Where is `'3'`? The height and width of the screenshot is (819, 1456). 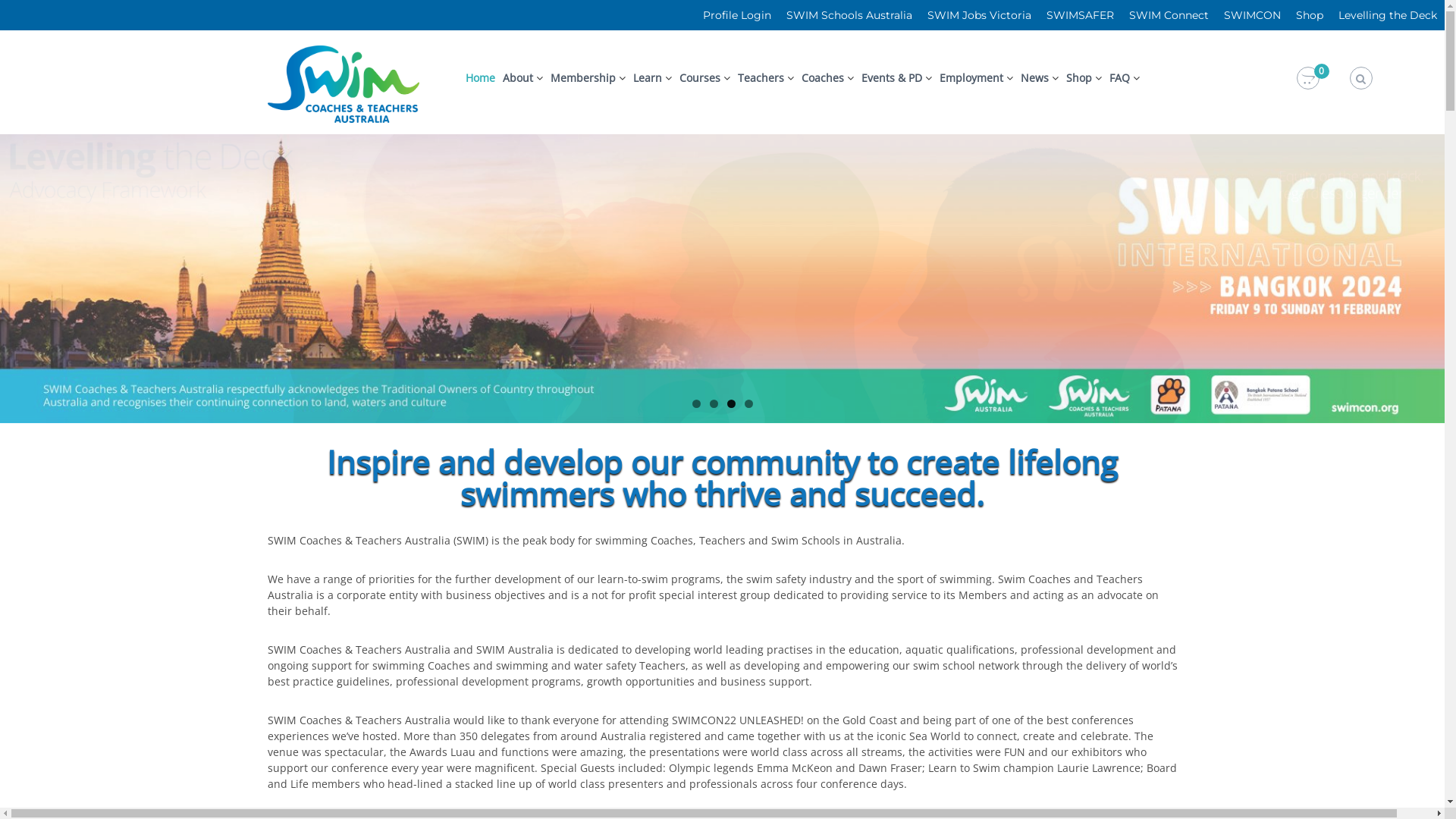 '3' is located at coordinates (730, 403).